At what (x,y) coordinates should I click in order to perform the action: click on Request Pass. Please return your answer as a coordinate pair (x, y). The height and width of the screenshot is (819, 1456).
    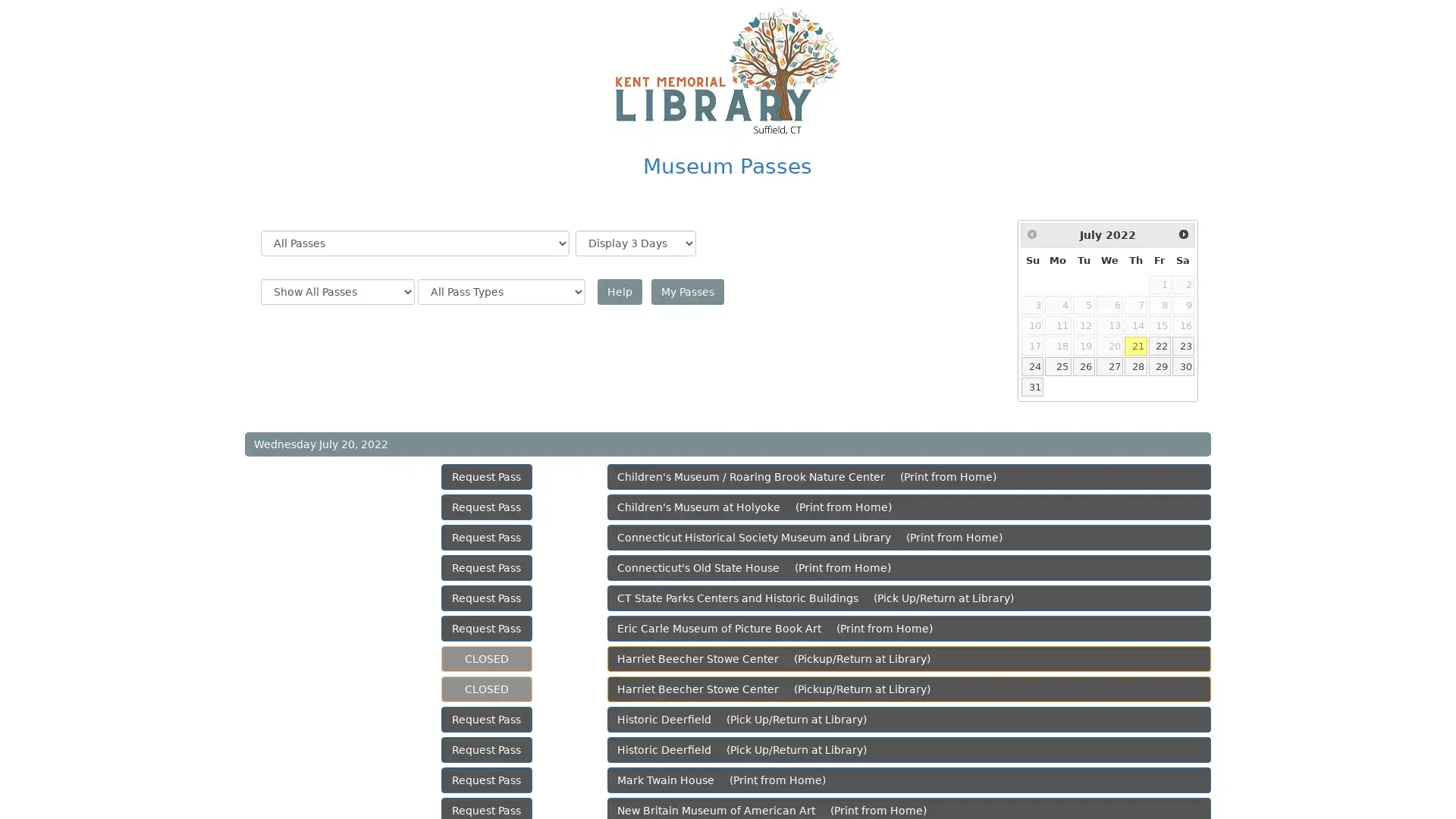
    Looking at the image, I should click on (486, 598).